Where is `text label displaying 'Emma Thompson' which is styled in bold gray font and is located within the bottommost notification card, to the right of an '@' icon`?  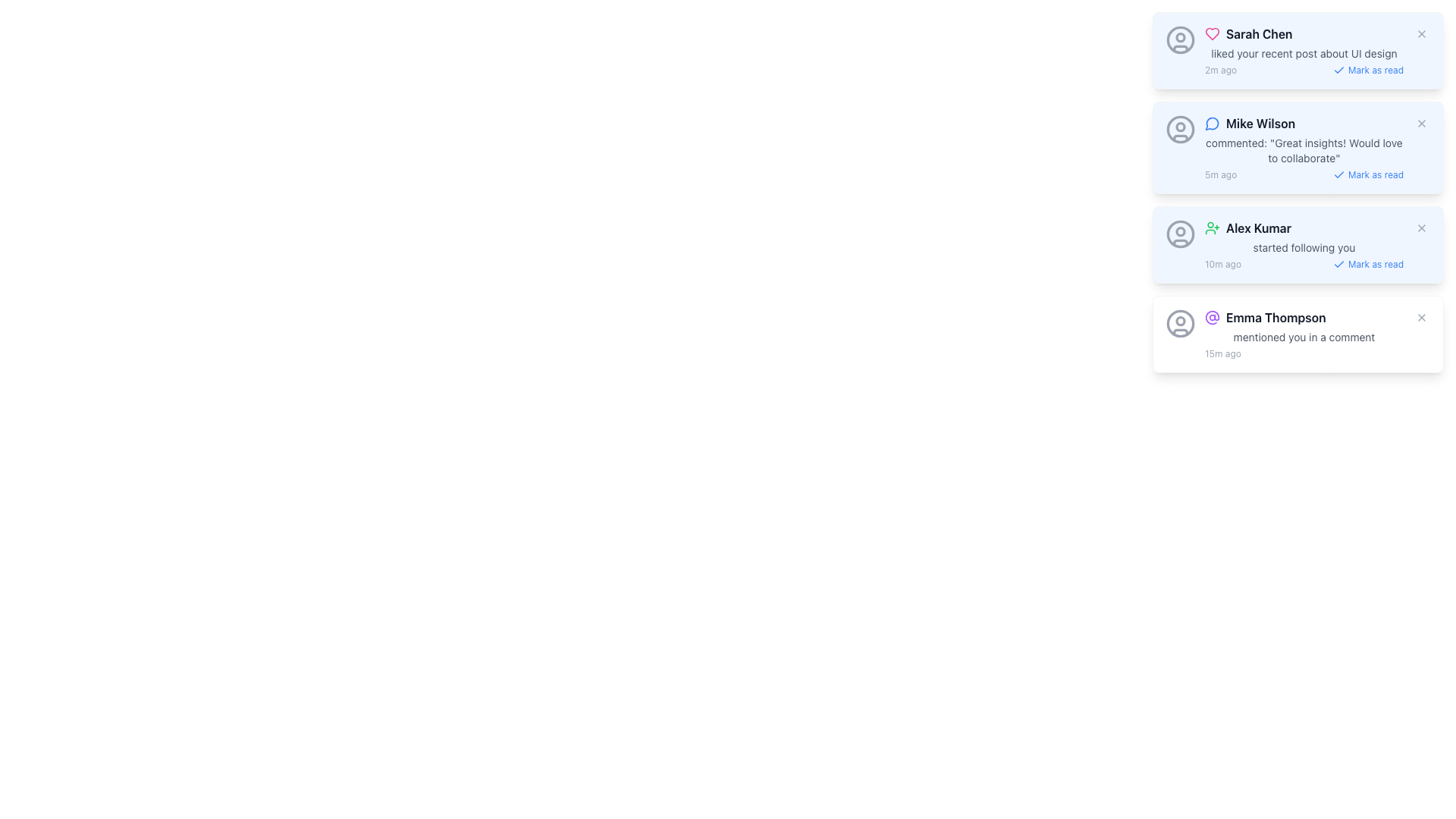 text label displaying 'Emma Thompson' which is styled in bold gray font and is located within the bottommost notification card, to the right of an '@' icon is located at coordinates (1275, 317).